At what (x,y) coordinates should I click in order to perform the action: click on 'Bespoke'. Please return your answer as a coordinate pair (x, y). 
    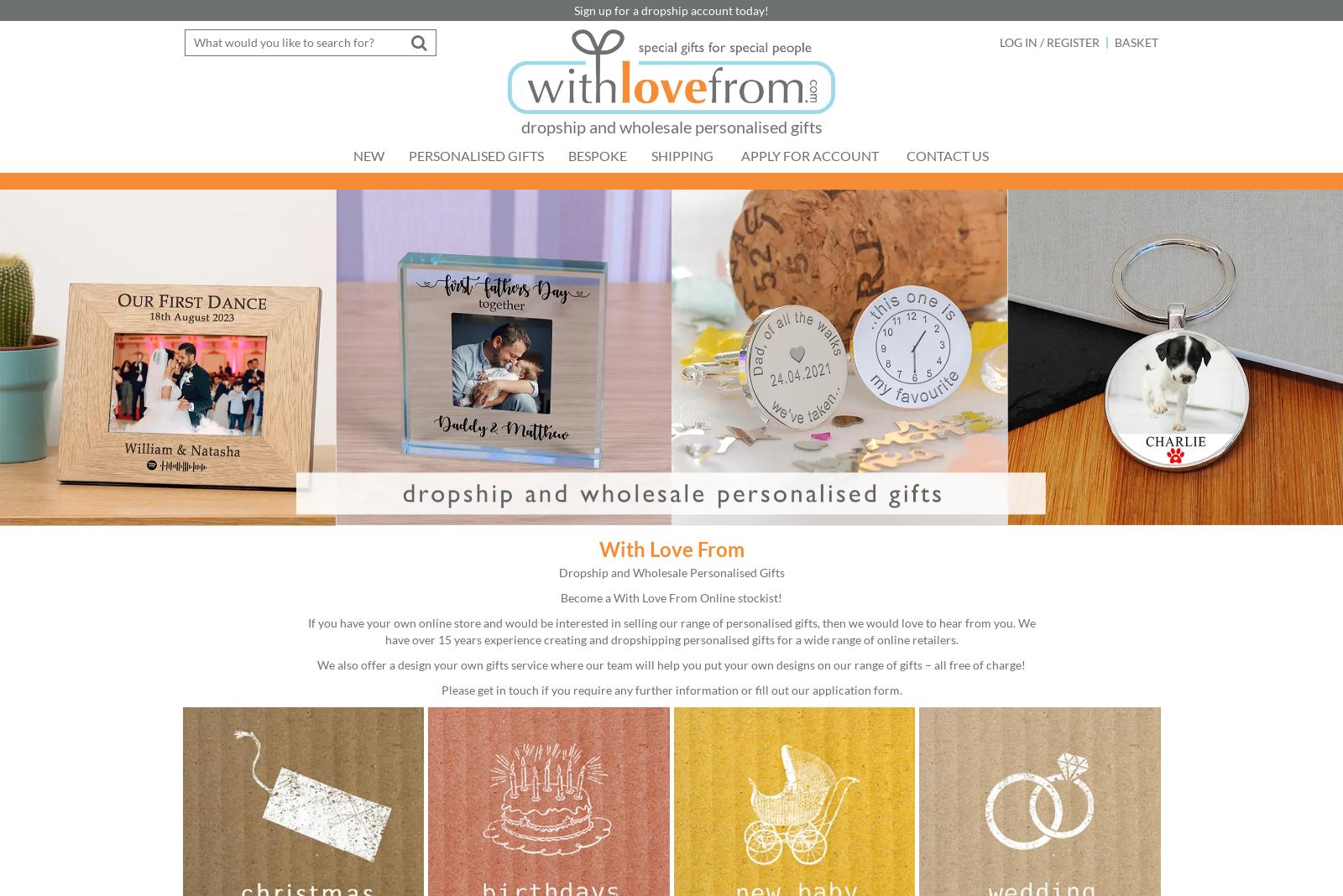
    Looking at the image, I should click on (598, 155).